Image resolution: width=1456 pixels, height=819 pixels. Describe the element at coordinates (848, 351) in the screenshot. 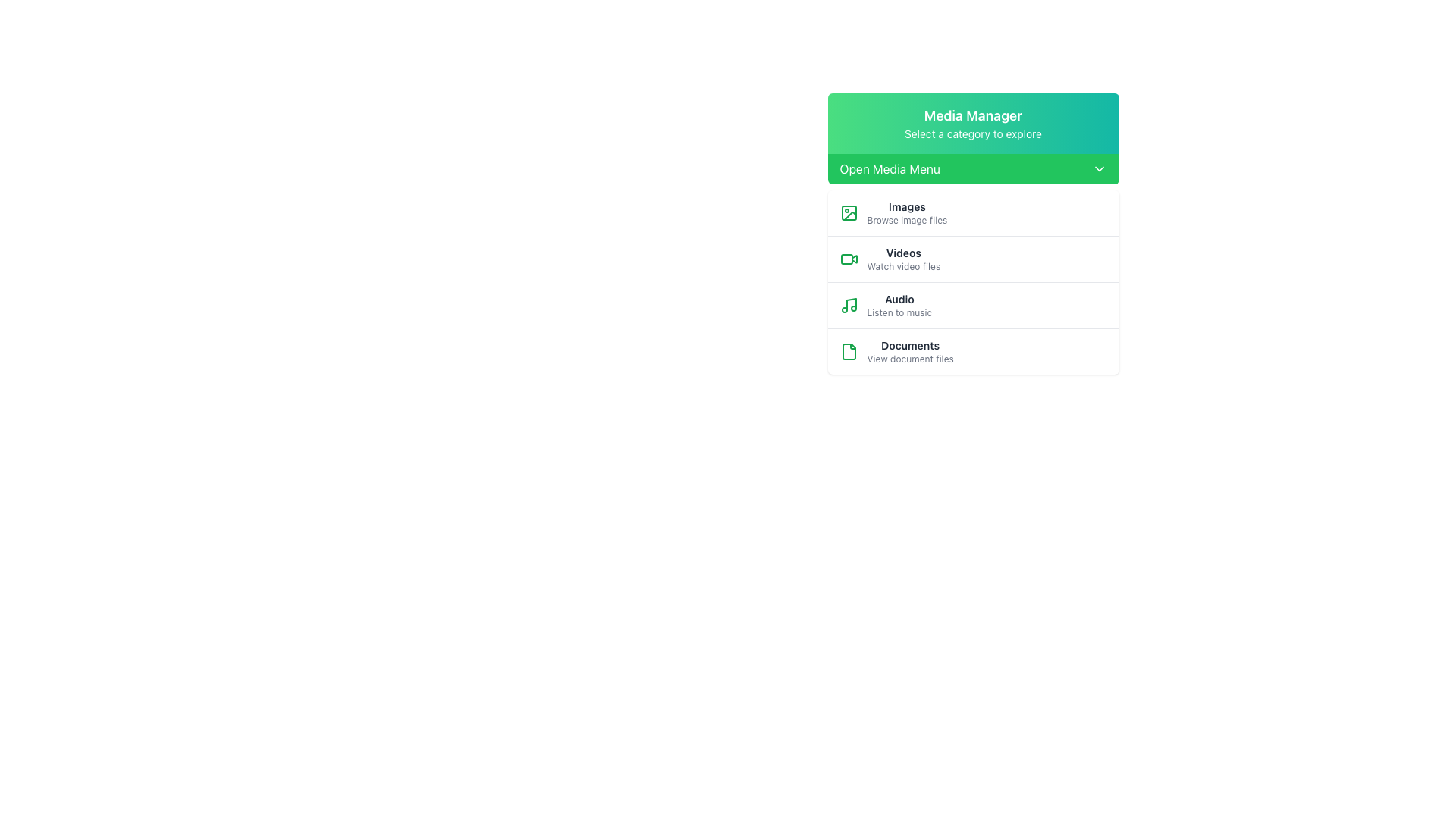

I see `the file document icon that represents the 'Documents' menu option, located at the bottom of the 'Media Manager' menu` at that location.